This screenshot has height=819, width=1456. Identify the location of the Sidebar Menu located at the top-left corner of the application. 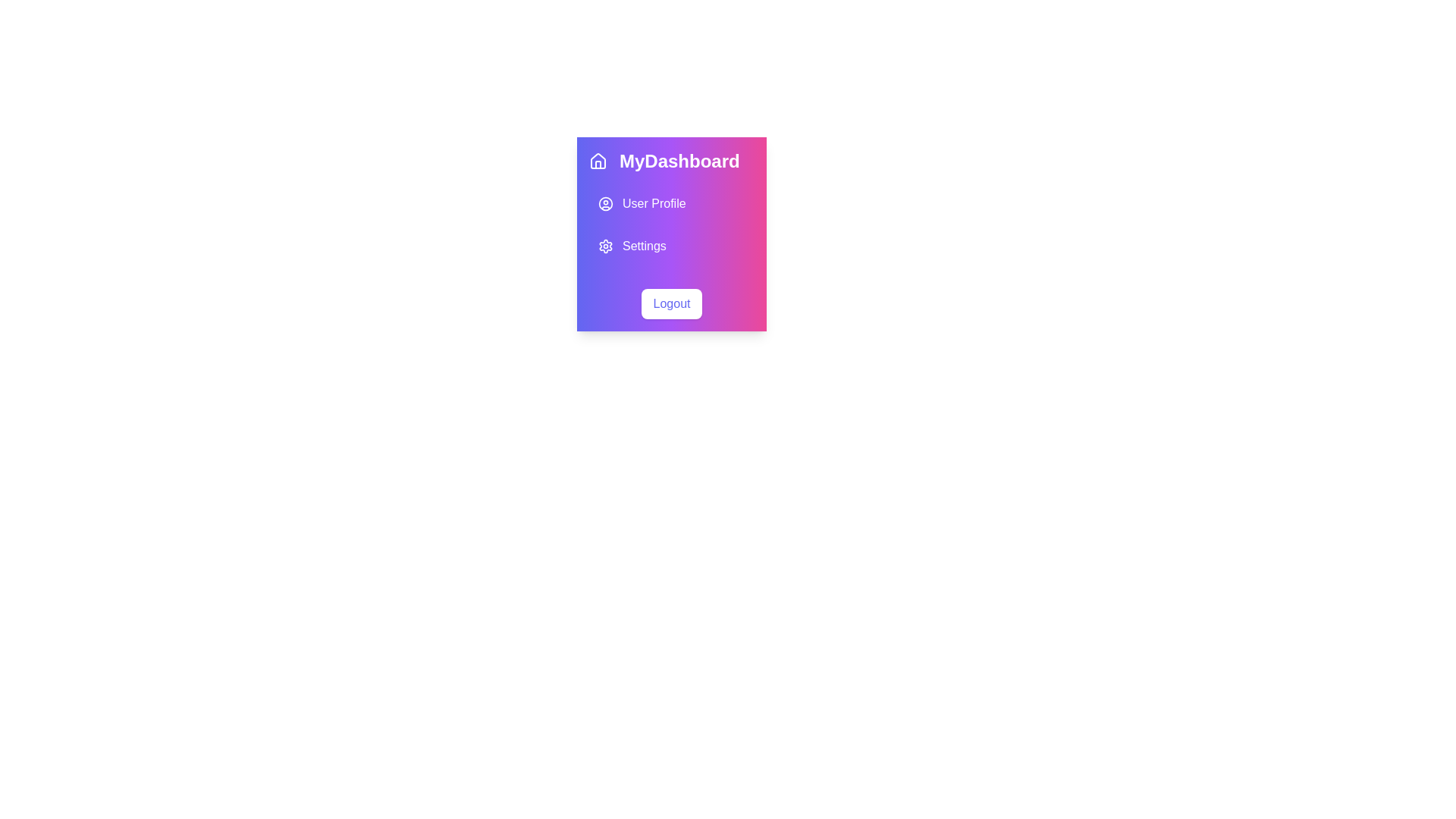
(671, 234).